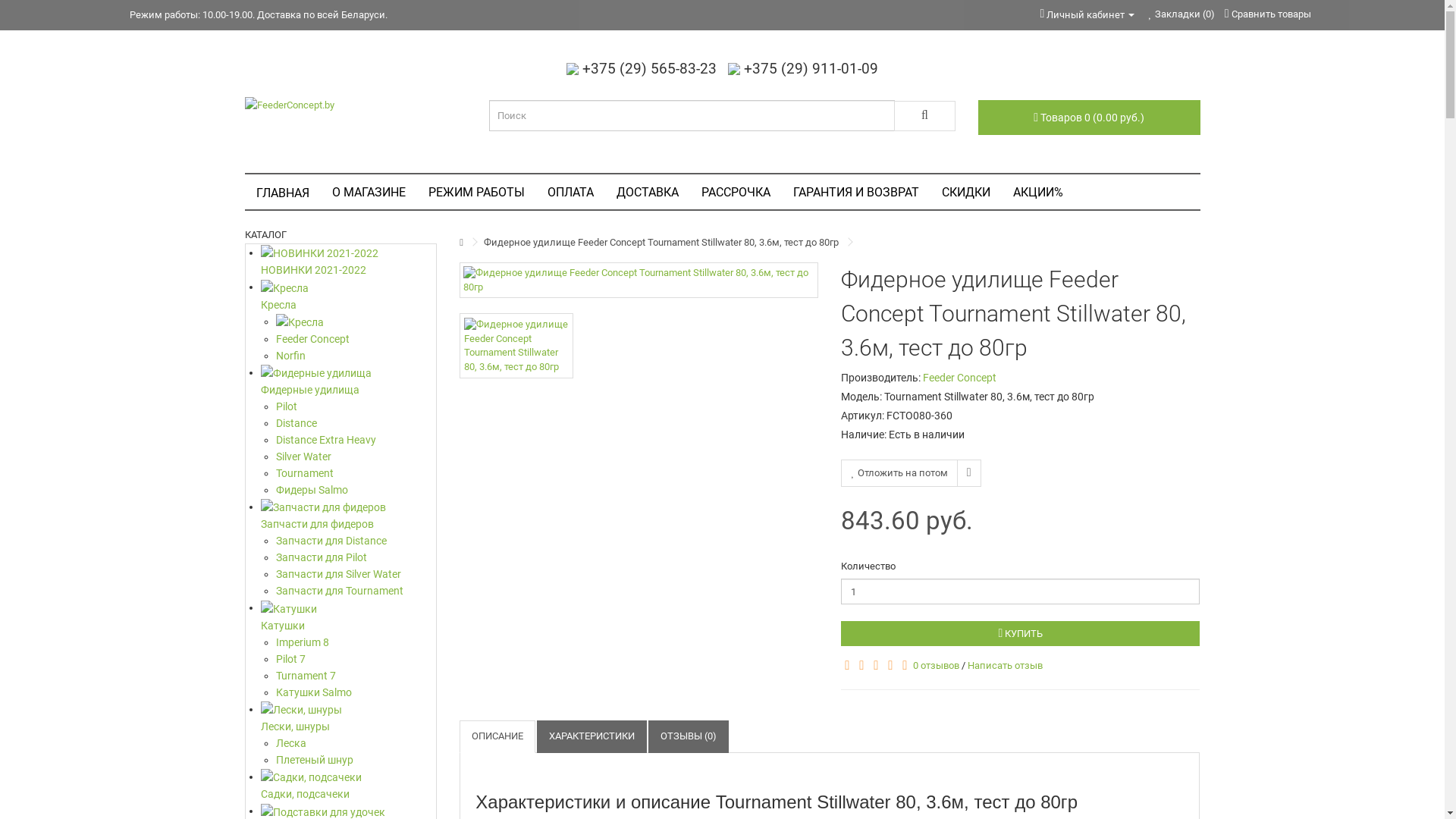 The image size is (1456, 819). What do you see at coordinates (356, 675) in the screenshot?
I see `'Turnament 7'` at bounding box center [356, 675].